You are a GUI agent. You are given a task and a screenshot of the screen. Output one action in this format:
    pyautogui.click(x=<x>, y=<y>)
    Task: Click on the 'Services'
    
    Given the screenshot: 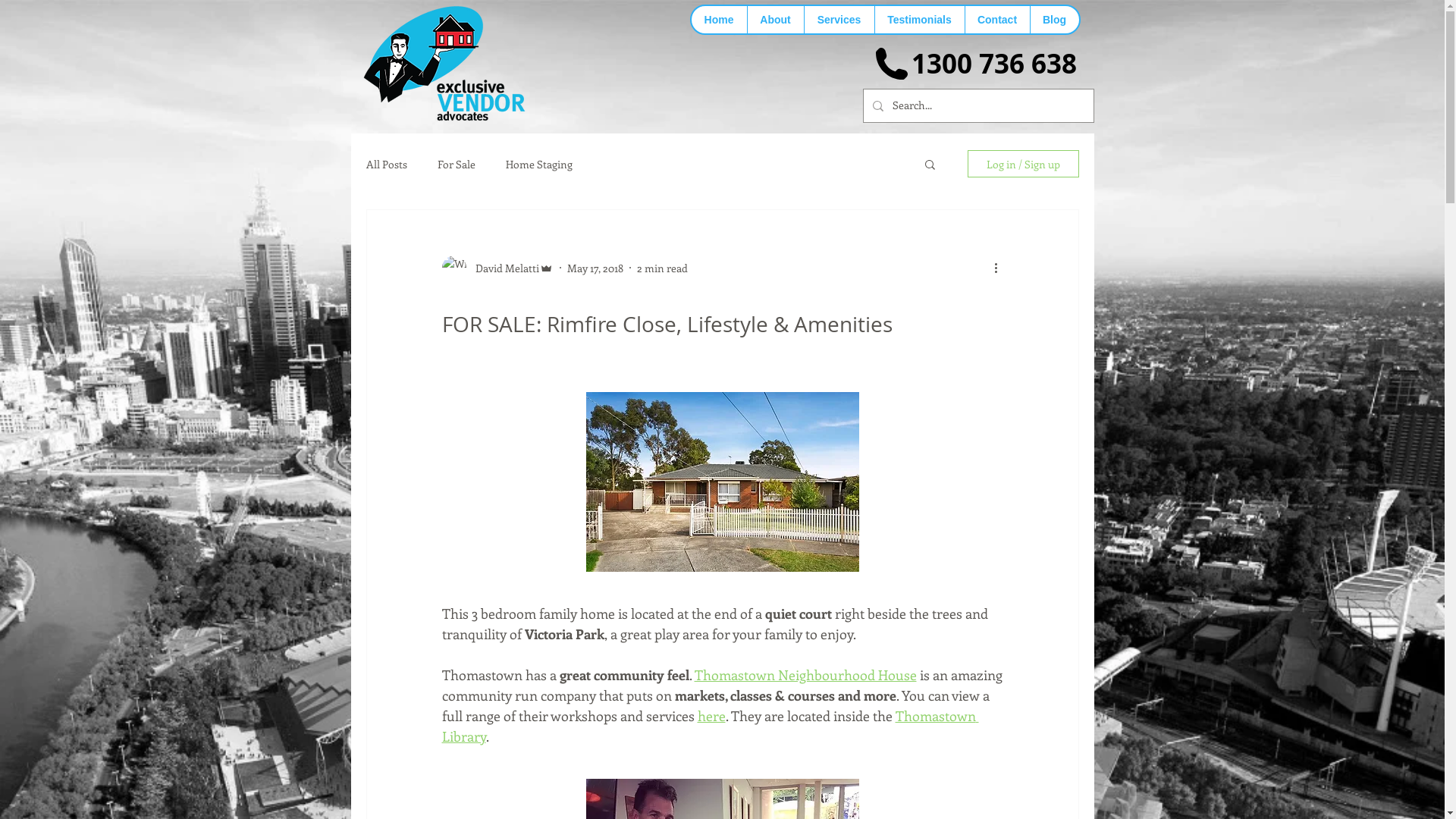 What is the action you would take?
    pyautogui.click(x=803, y=20)
    